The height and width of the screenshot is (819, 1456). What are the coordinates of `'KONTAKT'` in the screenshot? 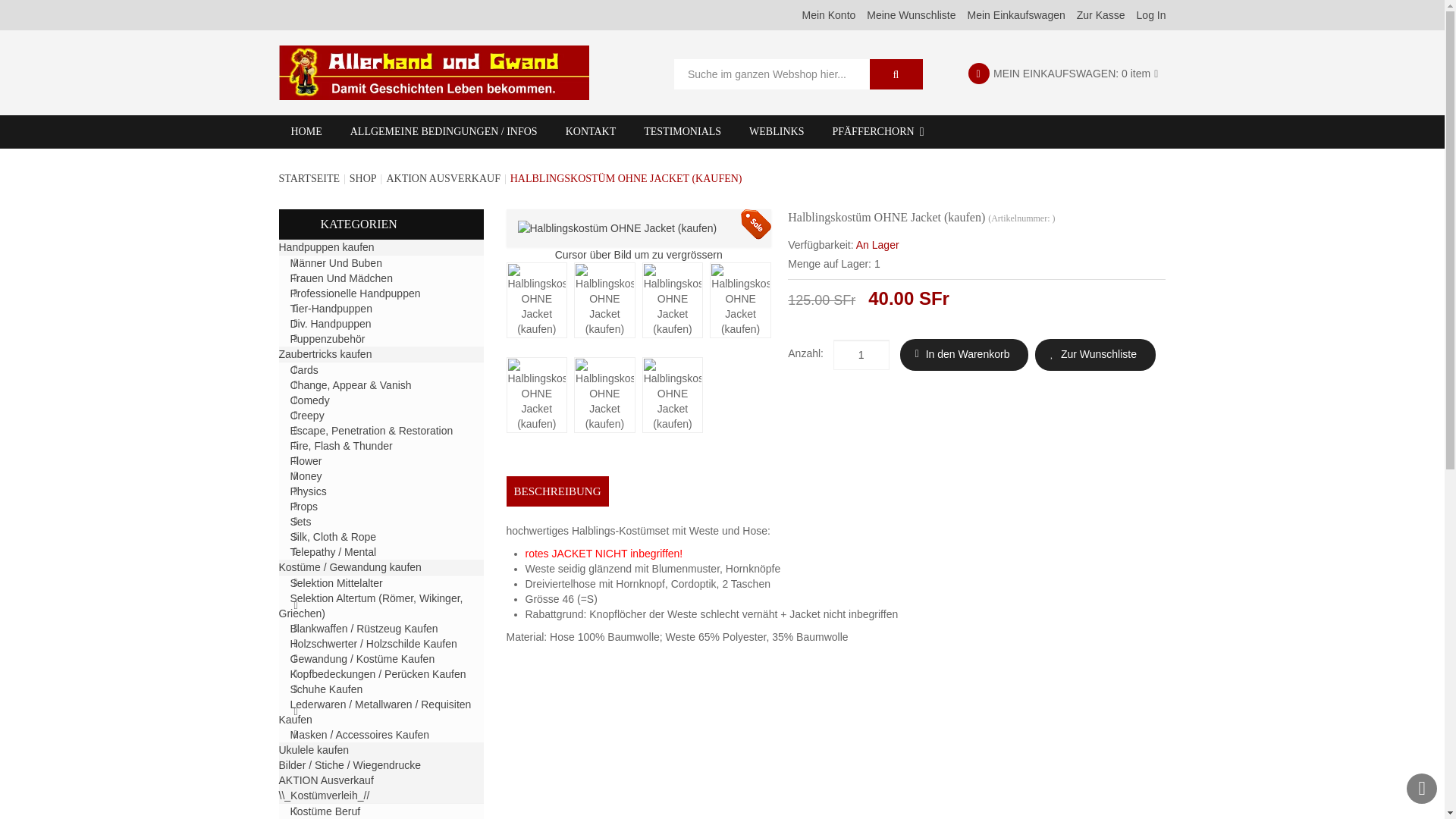 It's located at (590, 130).